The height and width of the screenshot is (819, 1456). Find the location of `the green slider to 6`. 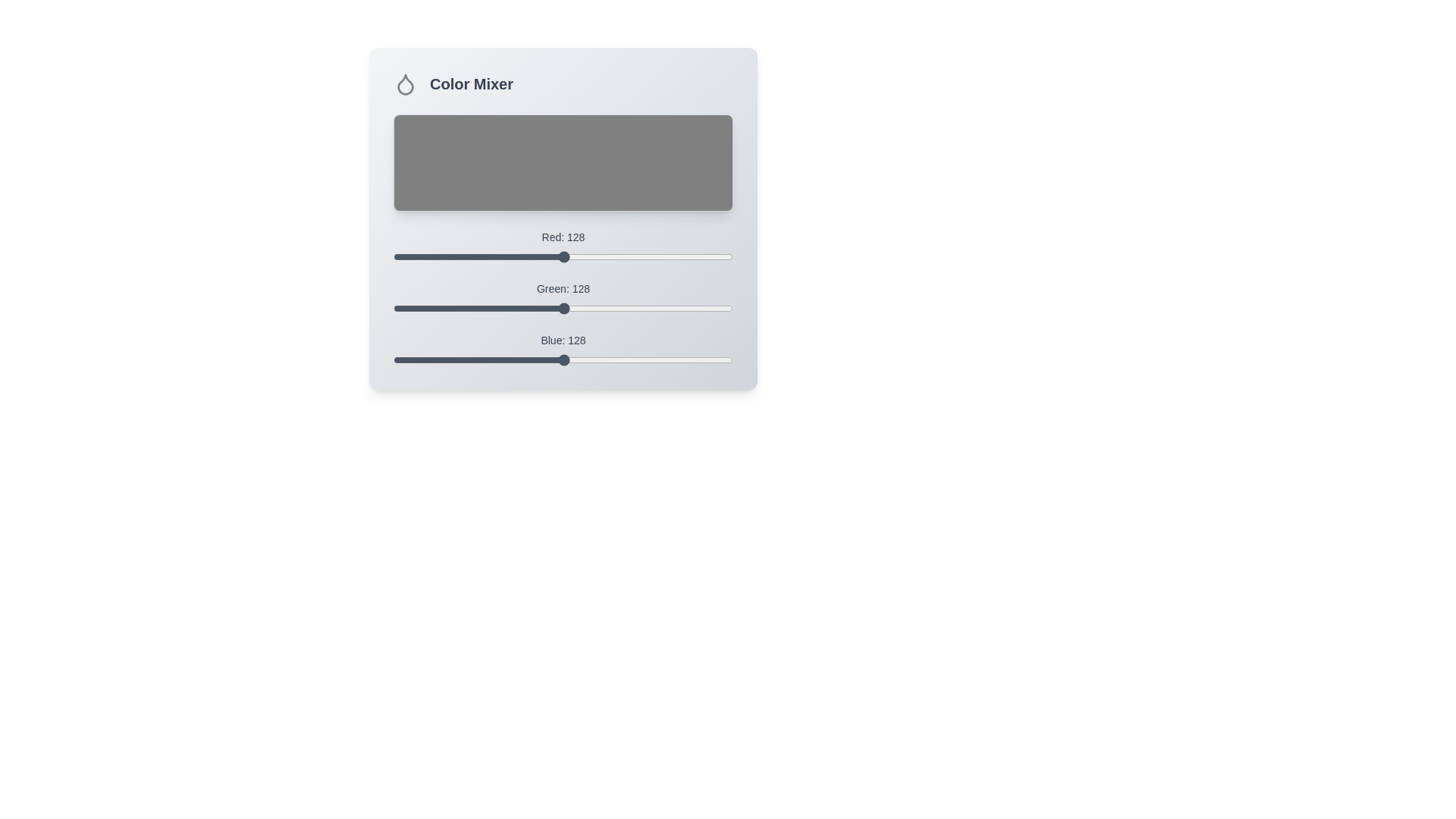

the green slider to 6 is located at coordinates (401, 308).